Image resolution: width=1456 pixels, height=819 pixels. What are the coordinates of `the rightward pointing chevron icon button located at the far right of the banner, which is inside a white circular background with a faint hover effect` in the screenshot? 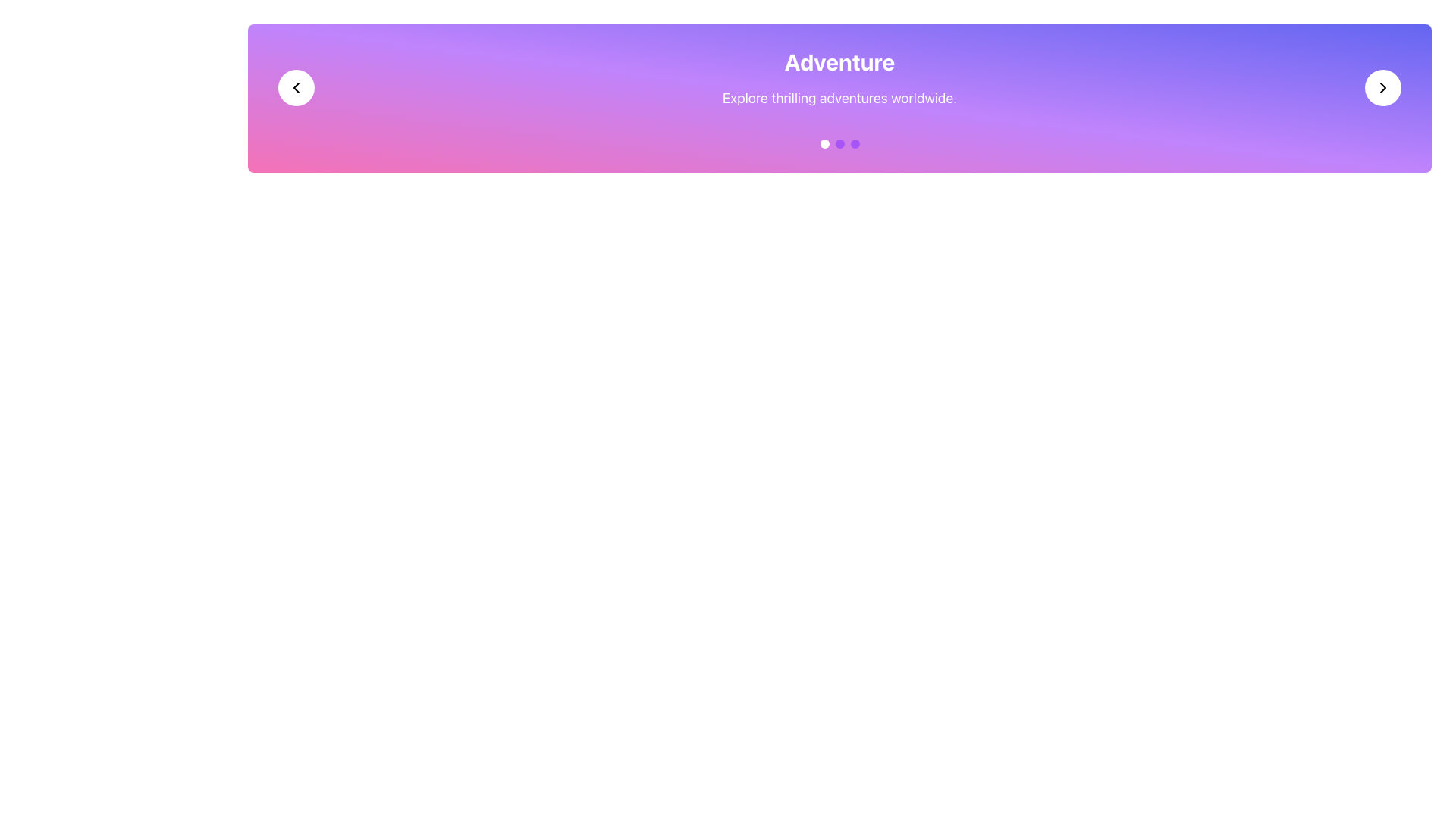 It's located at (1383, 87).